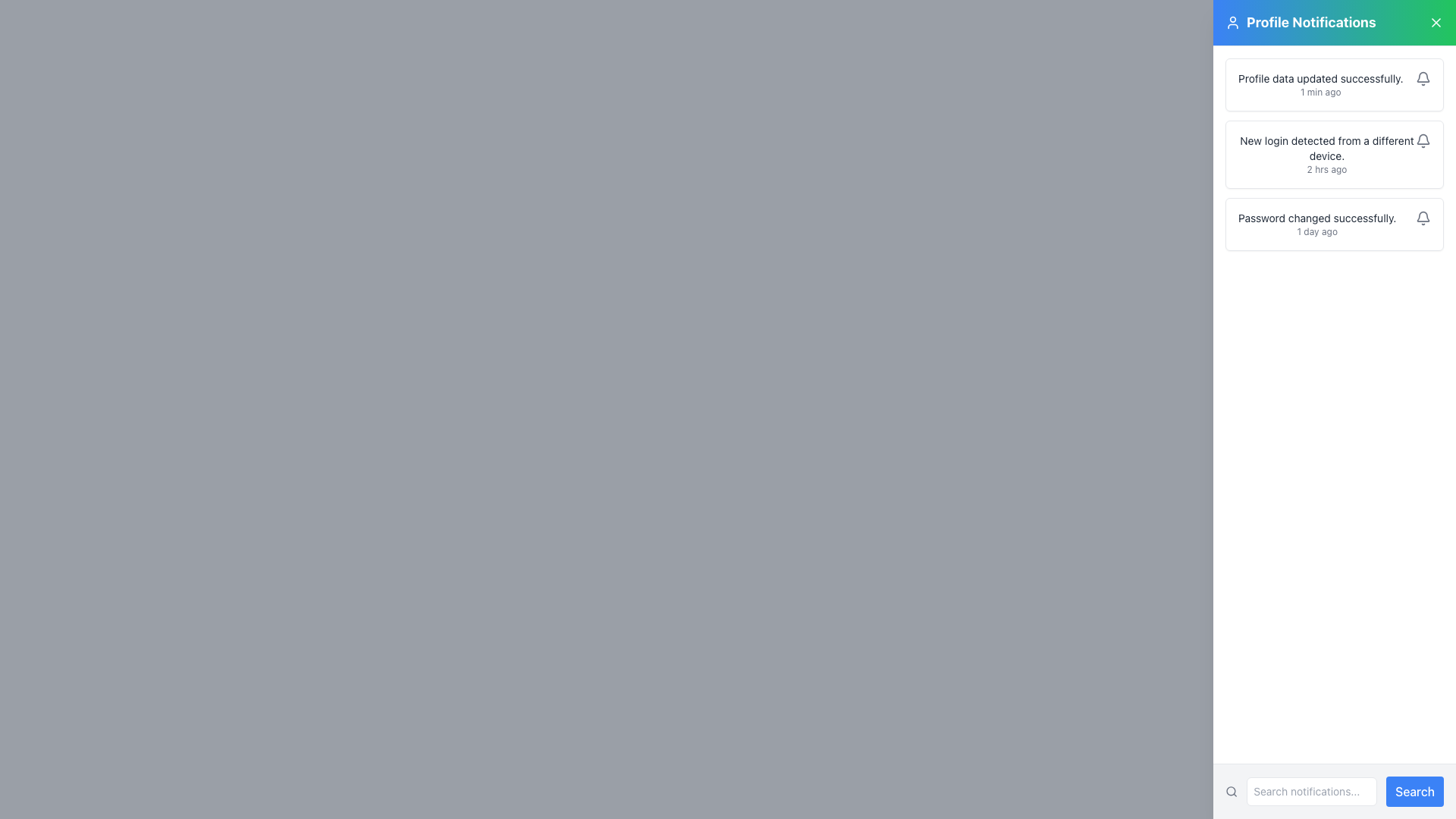  I want to click on the notification message displaying 'Profile data updated successfully.' which is the first item in the notification panel, so click(1319, 84).